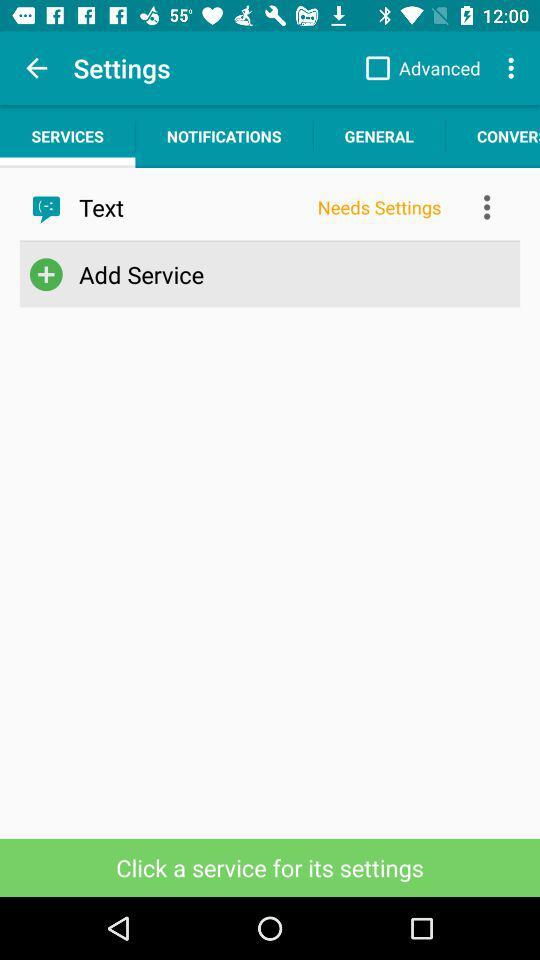  What do you see at coordinates (36, 68) in the screenshot?
I see `the item above the services` at bounding box center [36, 68].